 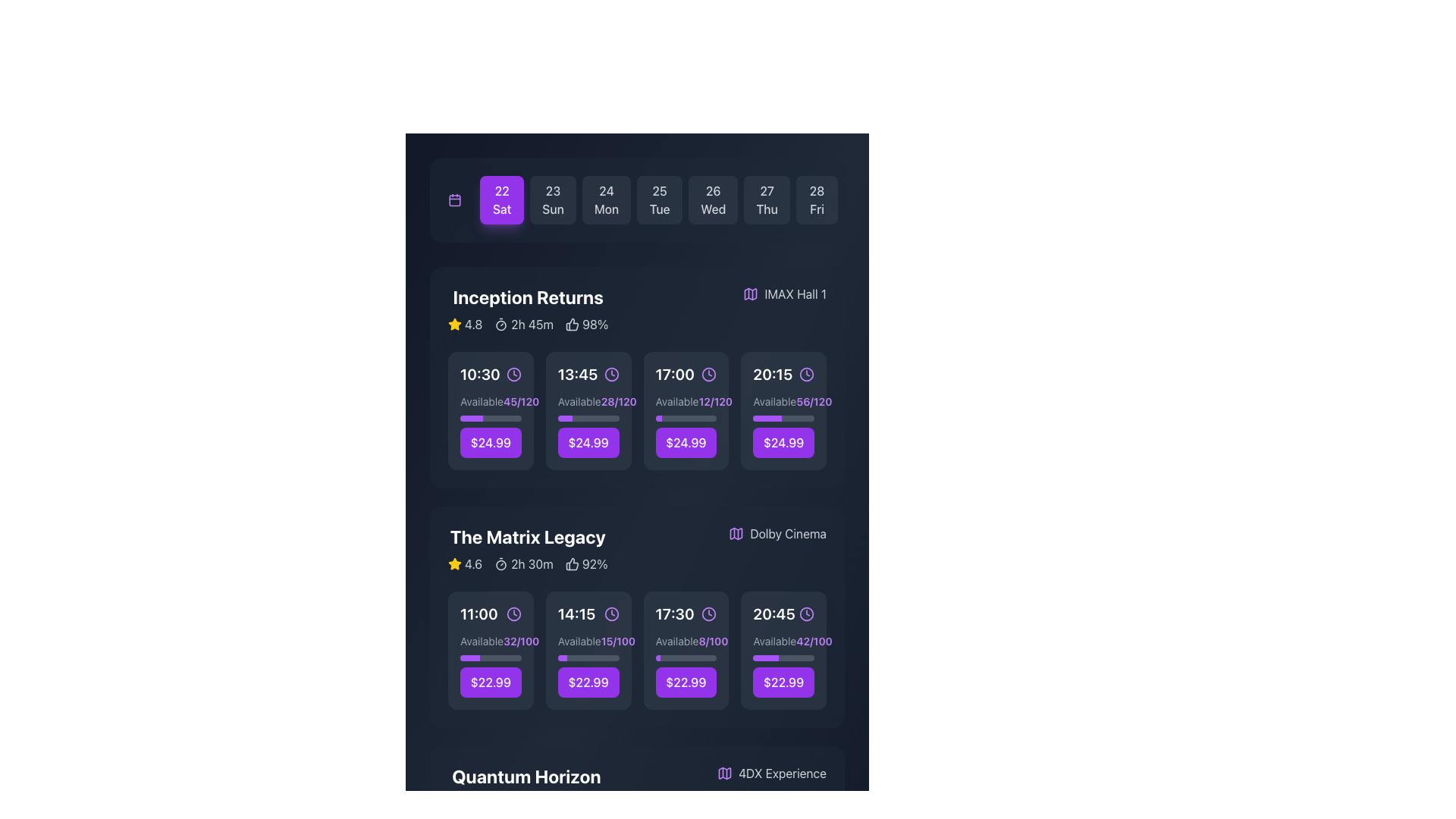 What do you see at coordinates (790, 411) in the screenshot?
I see `the button for selecting seats for the 20:15 showtime of 'Inception Returns' in IMAX Hall 1` at bounding box center [790, 411].